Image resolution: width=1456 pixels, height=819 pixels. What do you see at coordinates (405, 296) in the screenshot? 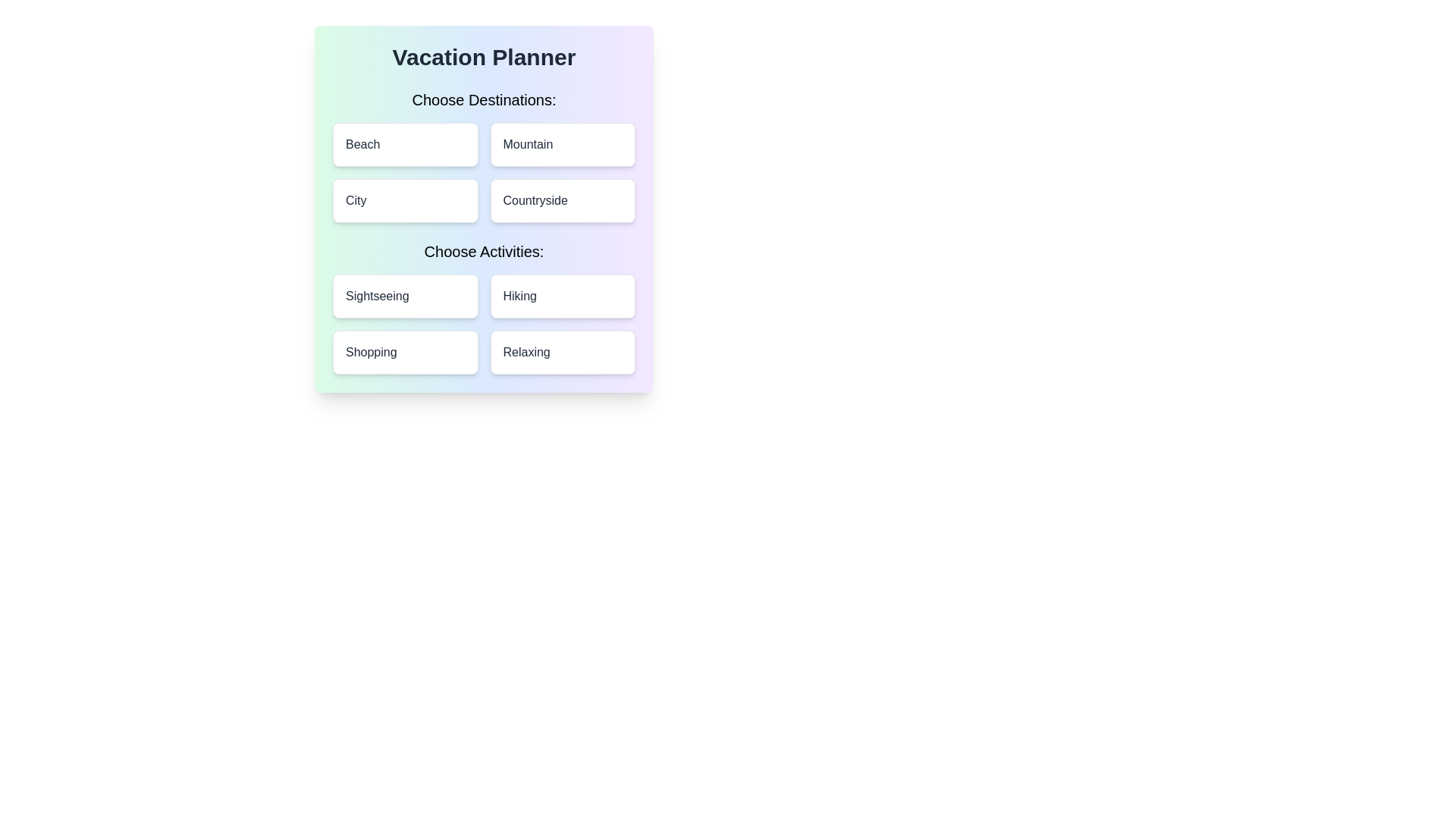
I see `the 'Sightseeing' button which is the top-left option in the second grid row labeled 'Choose Activities'` at bounding box center [405, 296].